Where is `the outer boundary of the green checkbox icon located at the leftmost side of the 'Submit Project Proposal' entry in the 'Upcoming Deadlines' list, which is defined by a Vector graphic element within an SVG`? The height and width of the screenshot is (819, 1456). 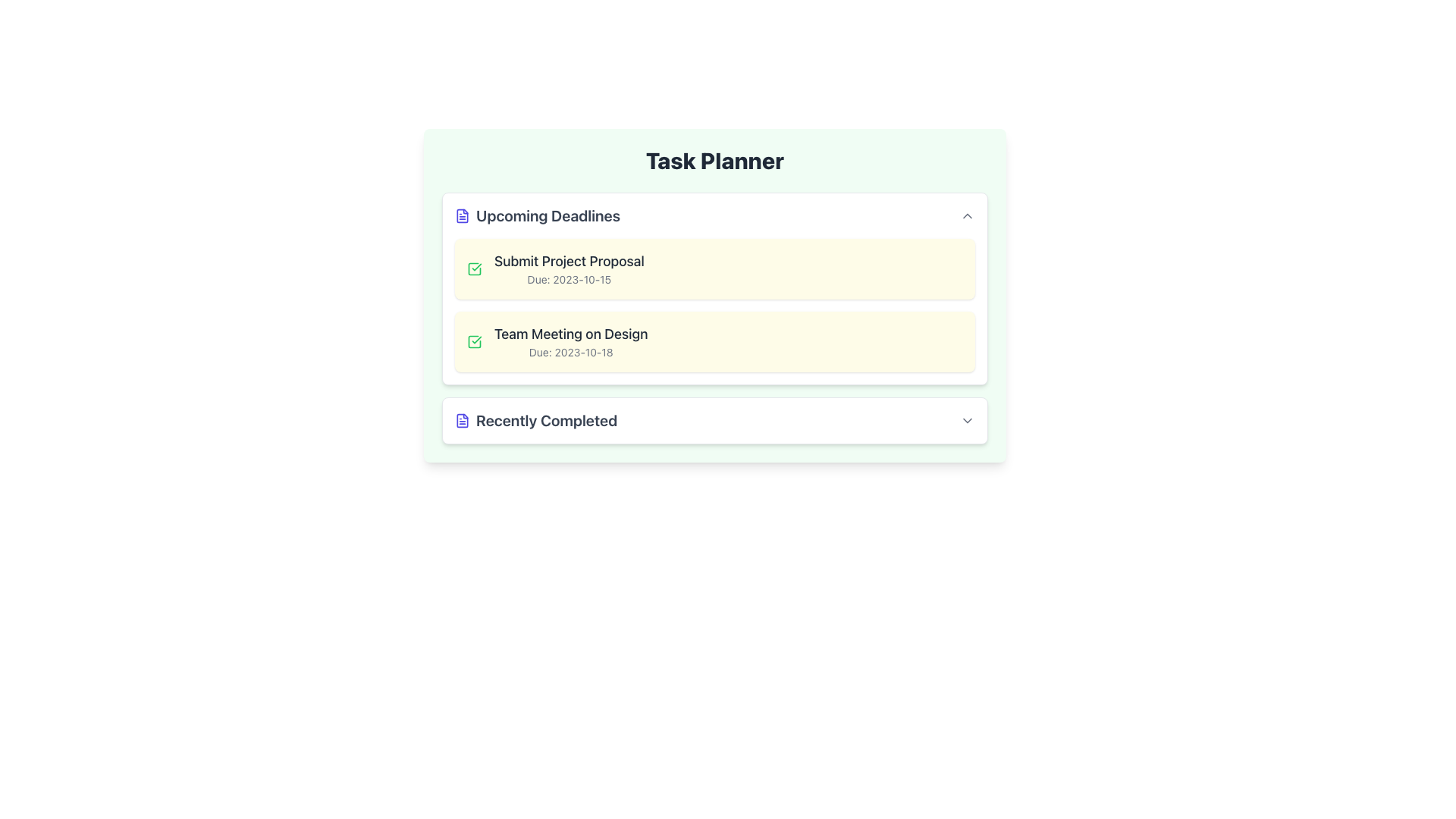 the outer boundary of the green checkbox icon located at the leftmost side of the 'Submit Project Proposal' entry in the 'Upcoming Deadlines' list, which is defined by a Vector graphic element within an SVG is located at coordinates (473, 342).